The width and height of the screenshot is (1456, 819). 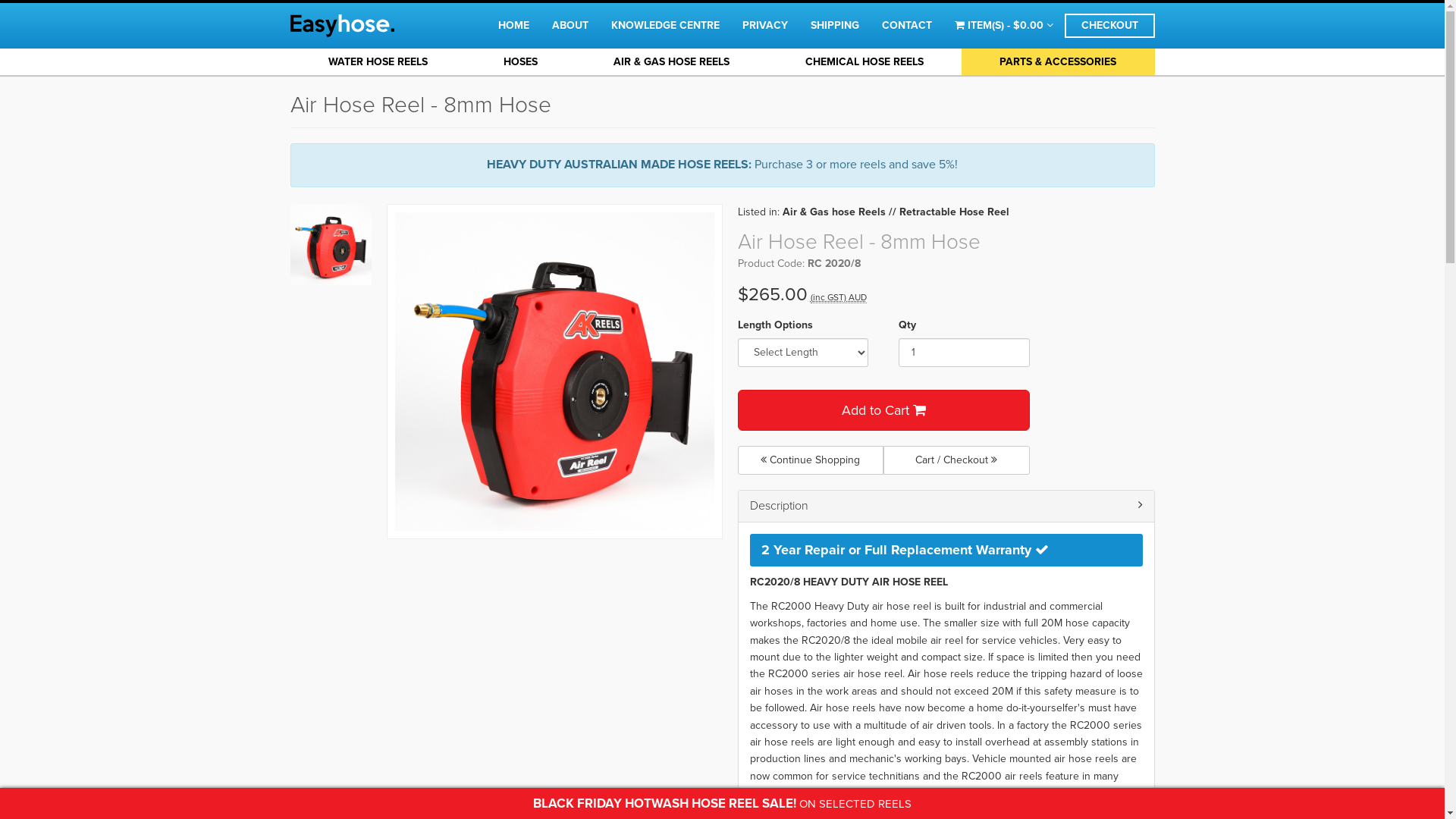 What do you see at coordinates (955, 459) in the screenshot?
I see `'Cart / Checkout'` at bounding box center [955, 459].